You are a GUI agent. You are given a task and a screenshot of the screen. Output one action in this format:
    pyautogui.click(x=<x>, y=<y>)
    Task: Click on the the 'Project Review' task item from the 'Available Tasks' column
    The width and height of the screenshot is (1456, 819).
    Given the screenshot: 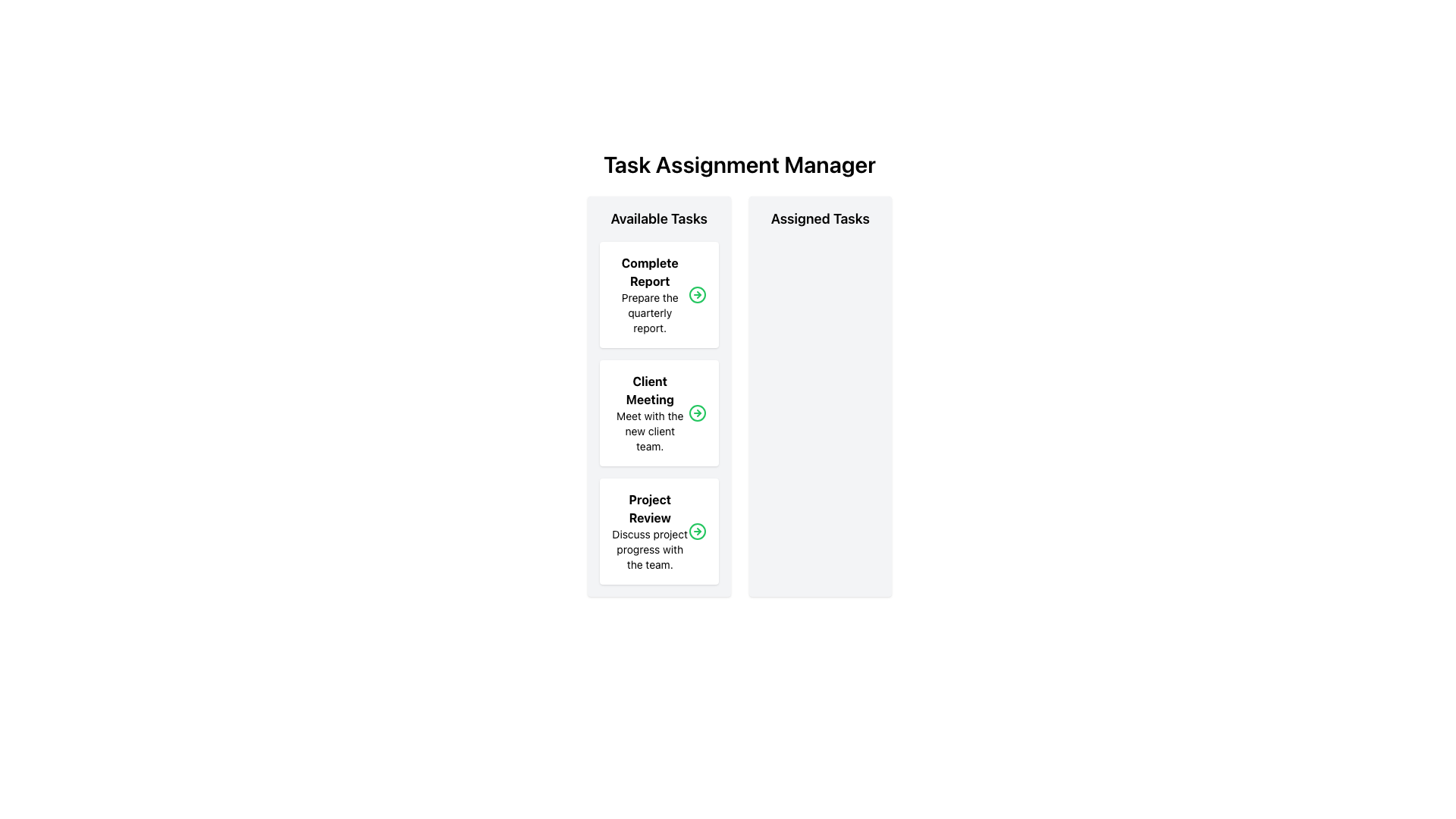 What is the action you would take?
    pyautogui.click(x=650, y=531)
    